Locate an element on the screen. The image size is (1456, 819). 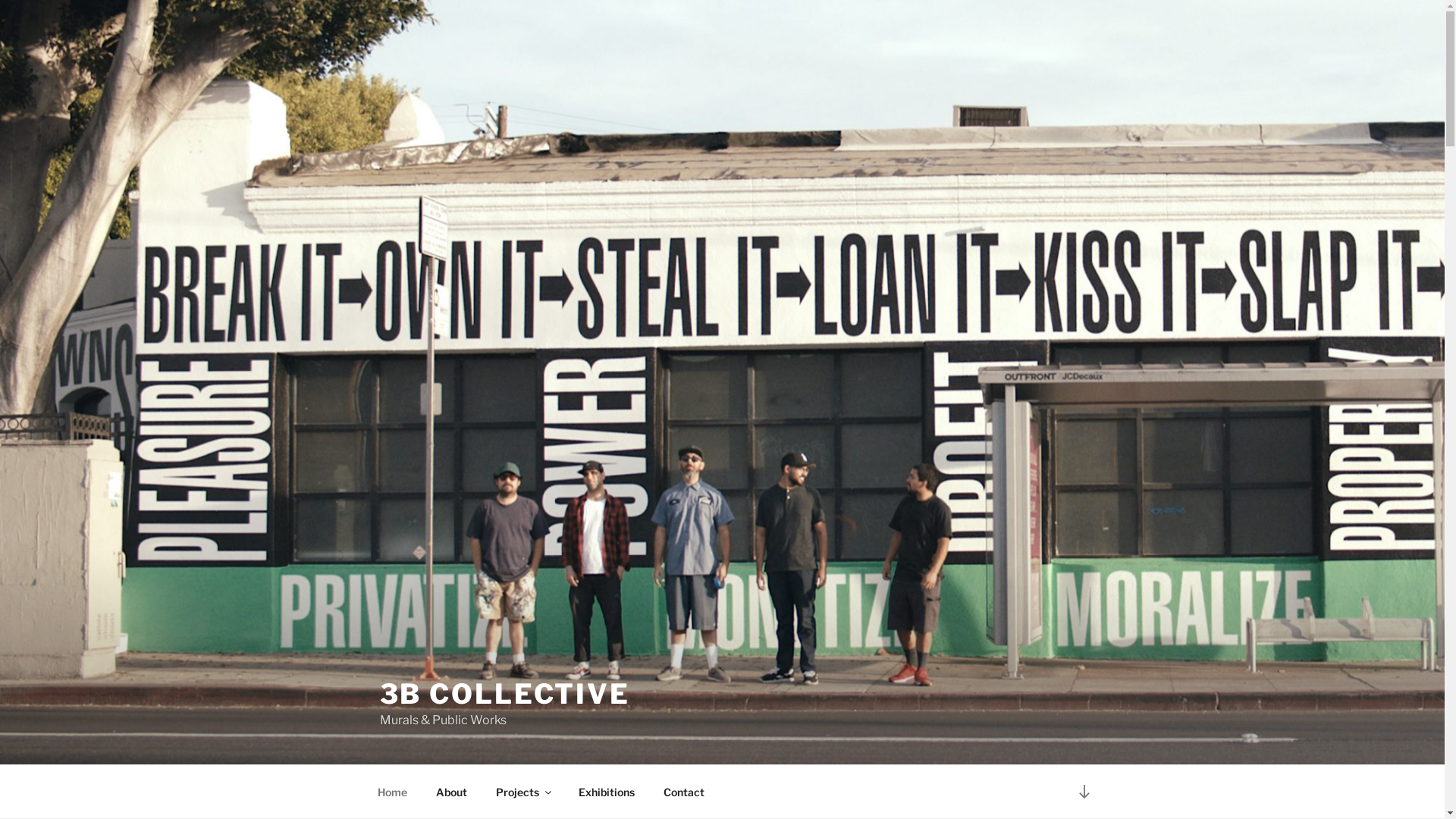
'Projects' is located at coordinates (522, 791).